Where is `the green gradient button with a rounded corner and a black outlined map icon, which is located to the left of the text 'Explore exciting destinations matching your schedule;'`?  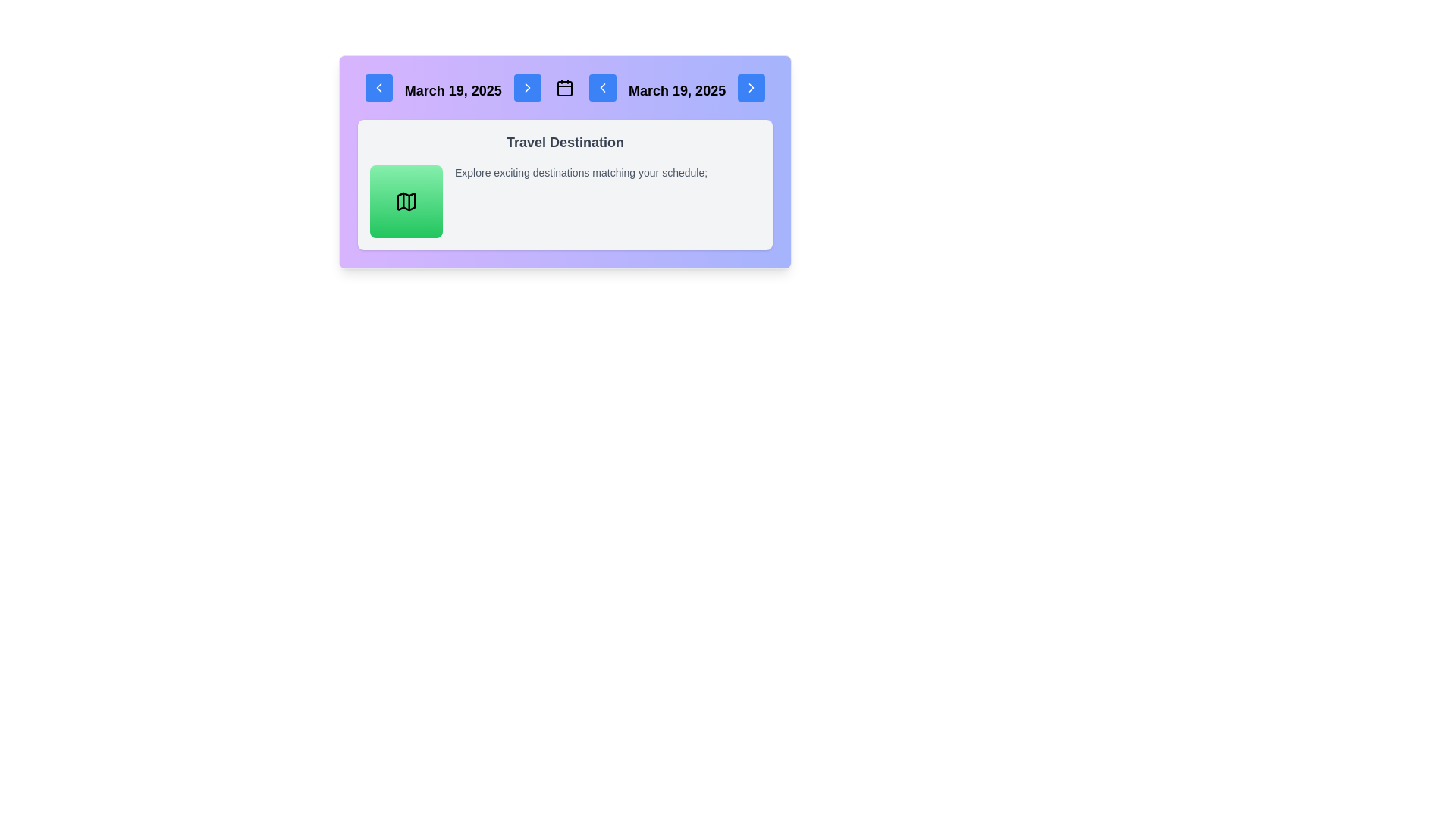
the green gradient button with a rounded corner and a black outlined map icon, which is located to the left of the text 'Explore exciting destinations matching your schedule;' is located at coordinates (406, 201).